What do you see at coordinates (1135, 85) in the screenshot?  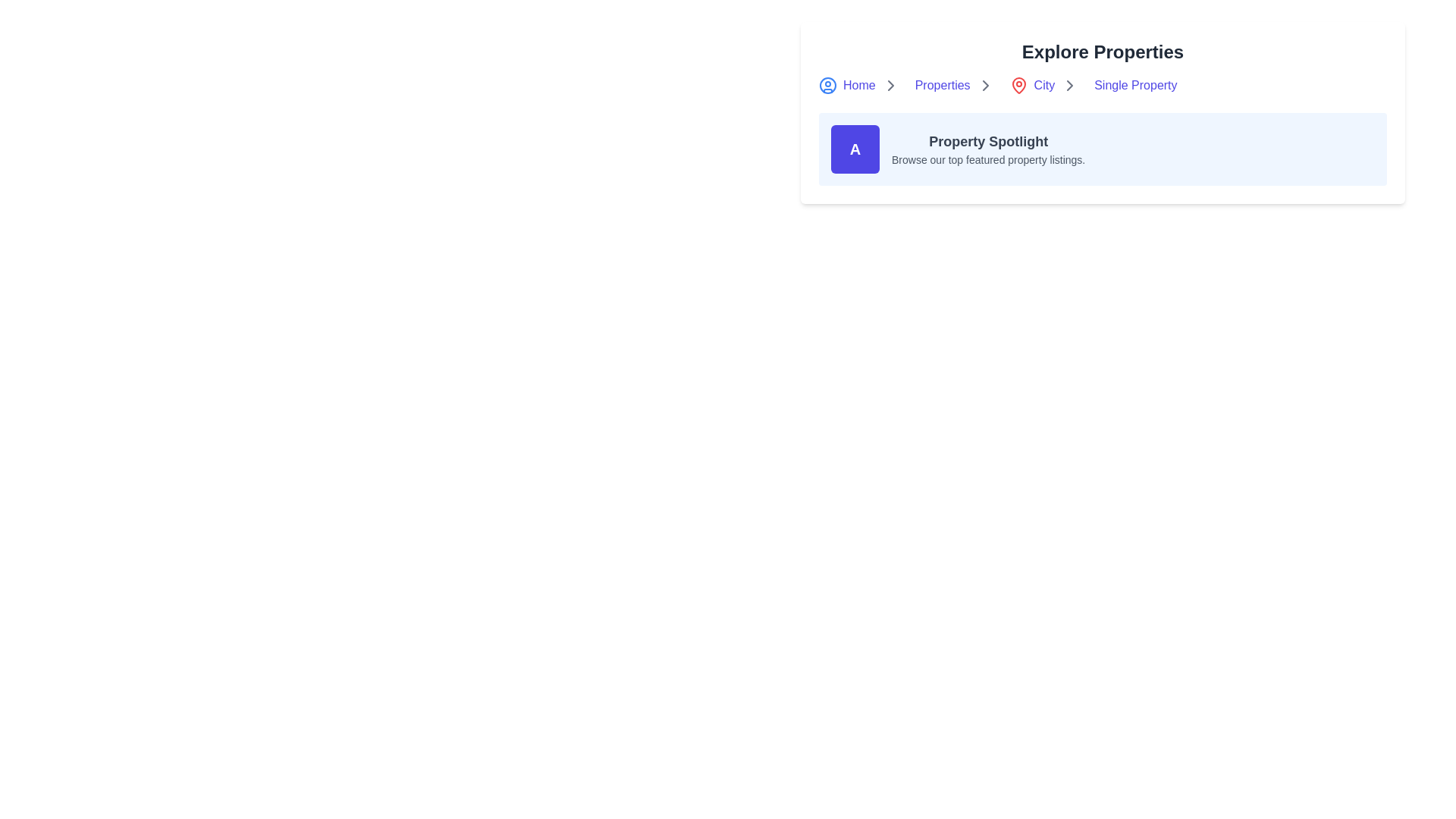 I see `the 'Single Property' breadcrumb label` at bounding box center [1135, 85].